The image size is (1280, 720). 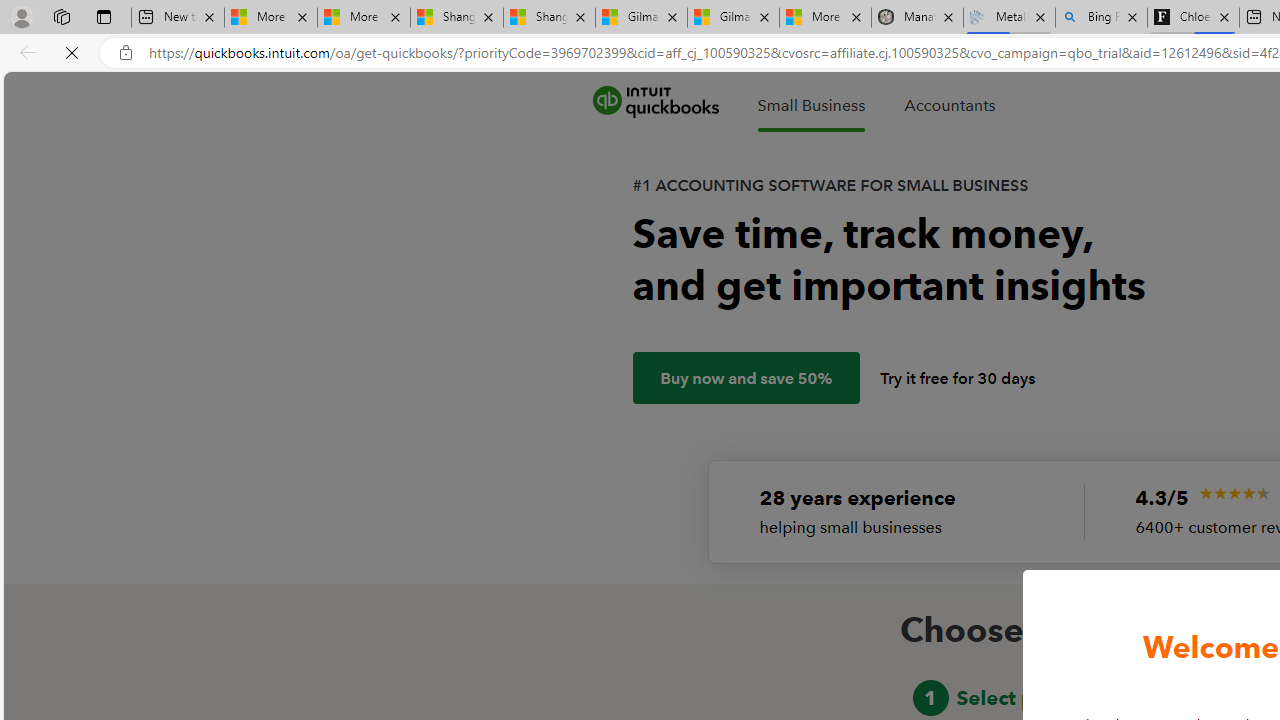 What do you see at coordinates (948, 105) in the screenshot?
I see `'Accountants'` at bounding box center [948, 105].